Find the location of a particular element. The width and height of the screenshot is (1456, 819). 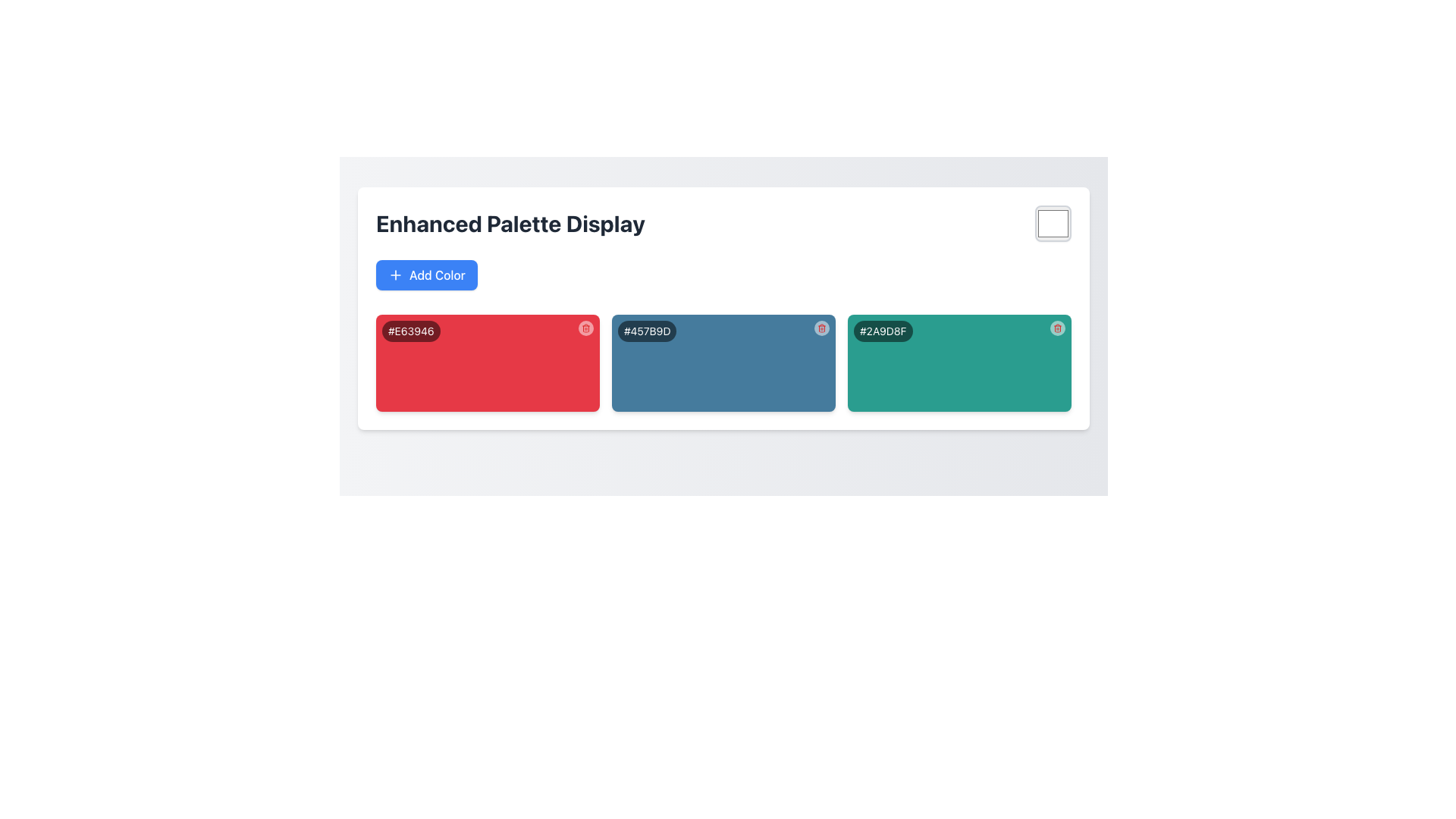

the center of the blue color swatch card, which is the second rectangle in a horizontal group of three, located below the 'Add Color' button is located at coordinates (723, 362).